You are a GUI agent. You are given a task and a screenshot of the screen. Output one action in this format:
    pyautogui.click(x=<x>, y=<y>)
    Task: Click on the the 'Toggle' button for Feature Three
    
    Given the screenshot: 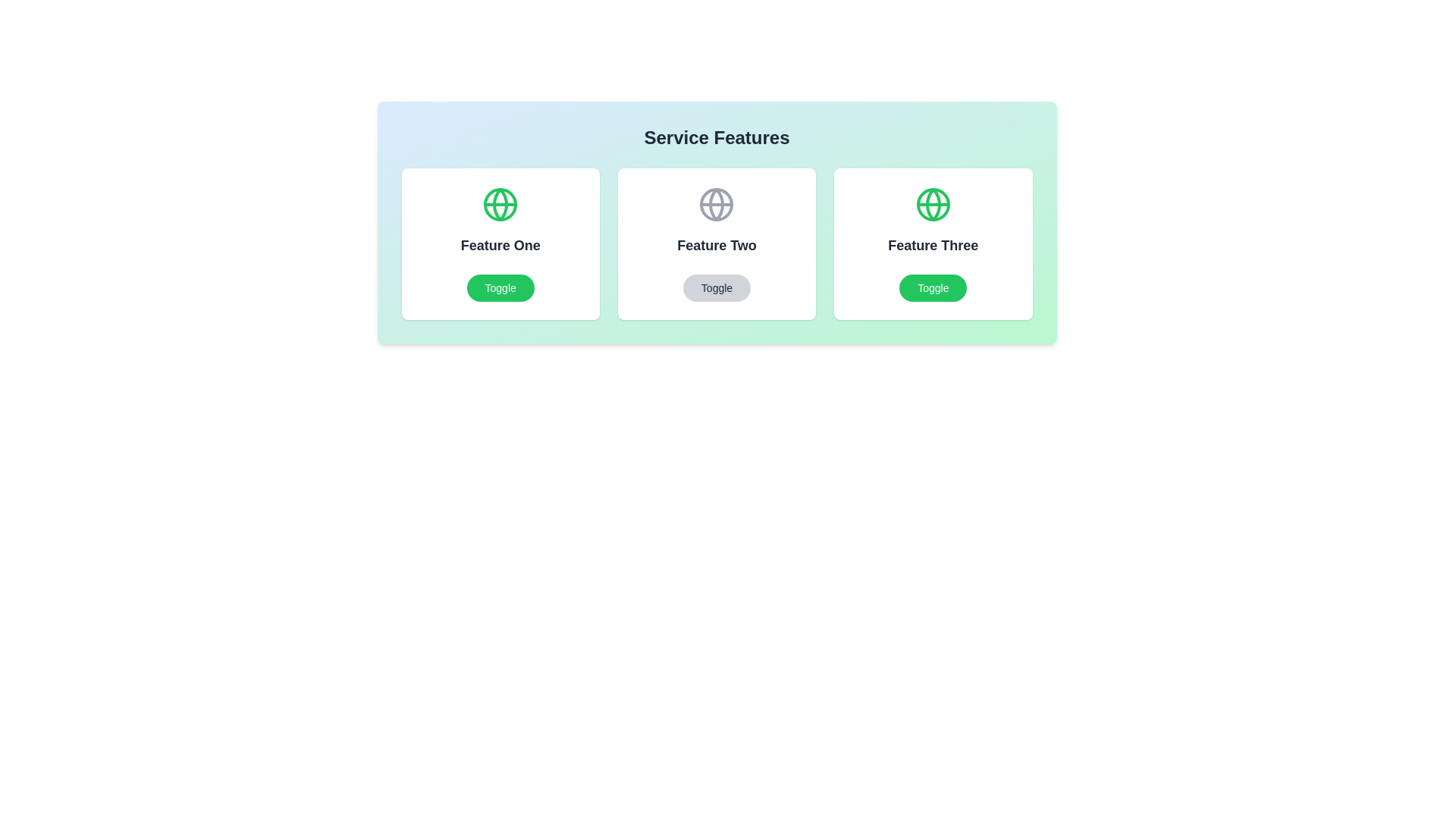 What is the action you would take?
    pyautogui.click(x=931, y=288)
    